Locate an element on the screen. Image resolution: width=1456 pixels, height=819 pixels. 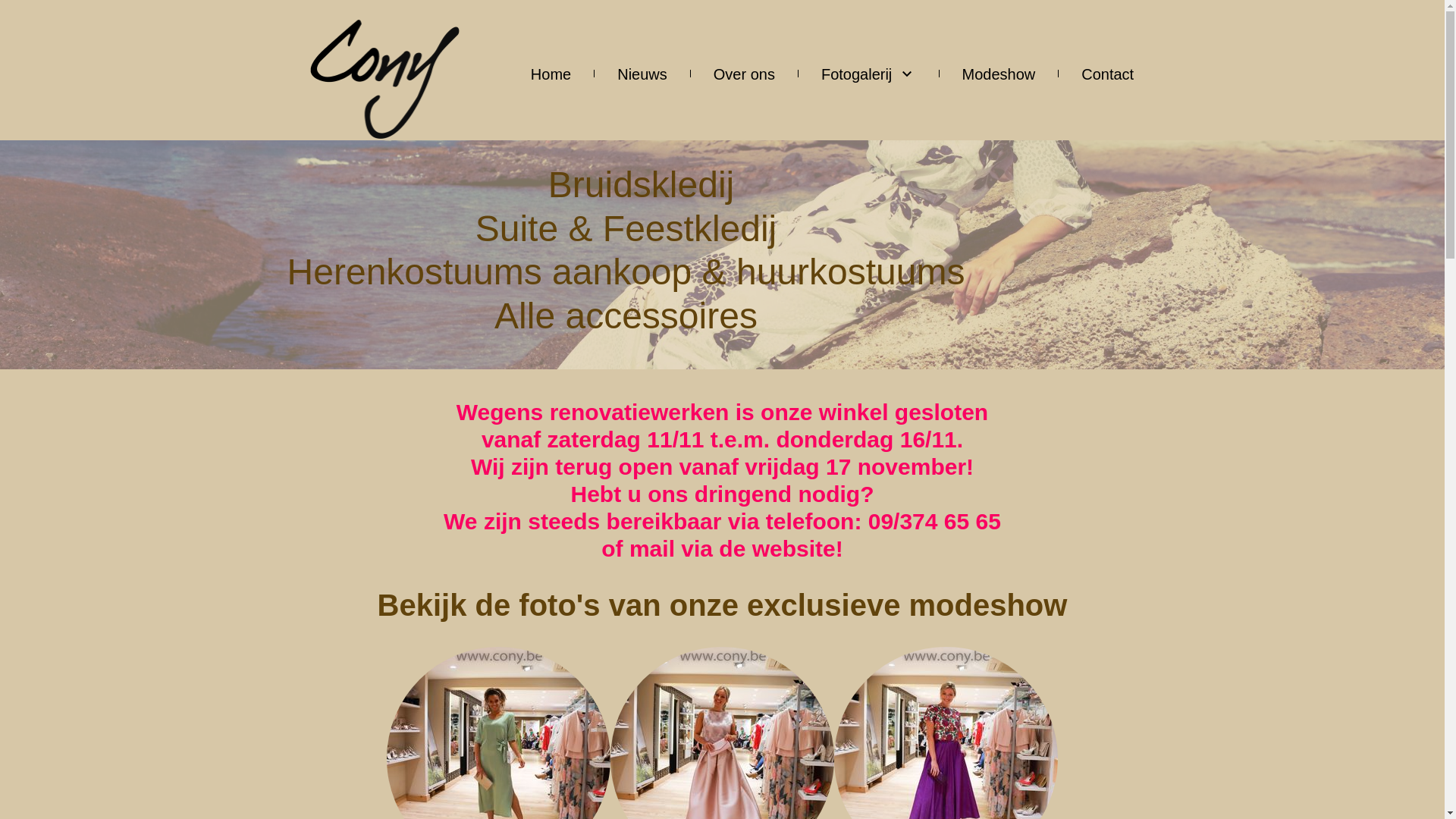
'Modeshow' is located at coordinates (998, 73).